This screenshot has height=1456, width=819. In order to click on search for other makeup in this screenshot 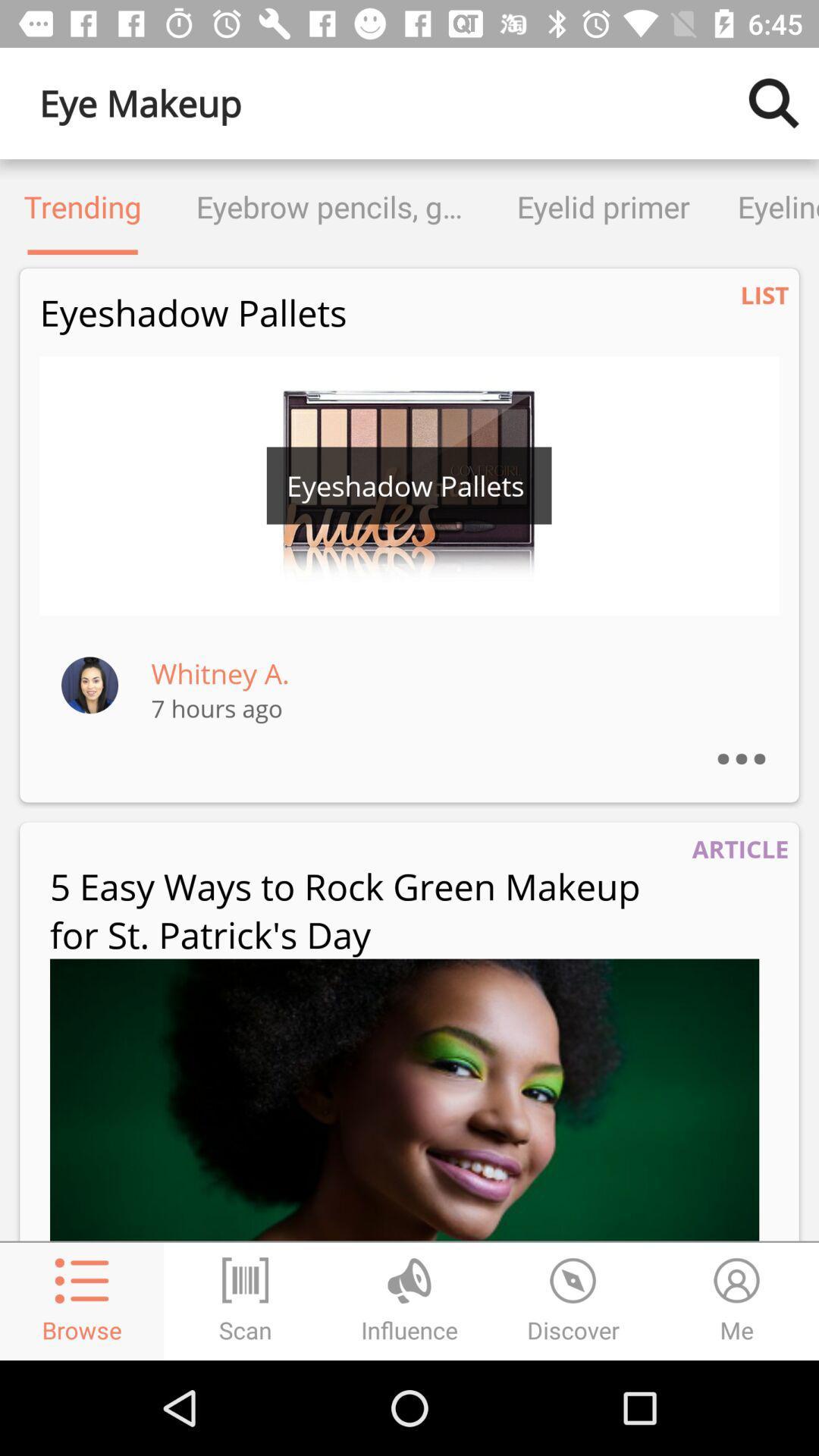, I will do `click(773, 102)`.